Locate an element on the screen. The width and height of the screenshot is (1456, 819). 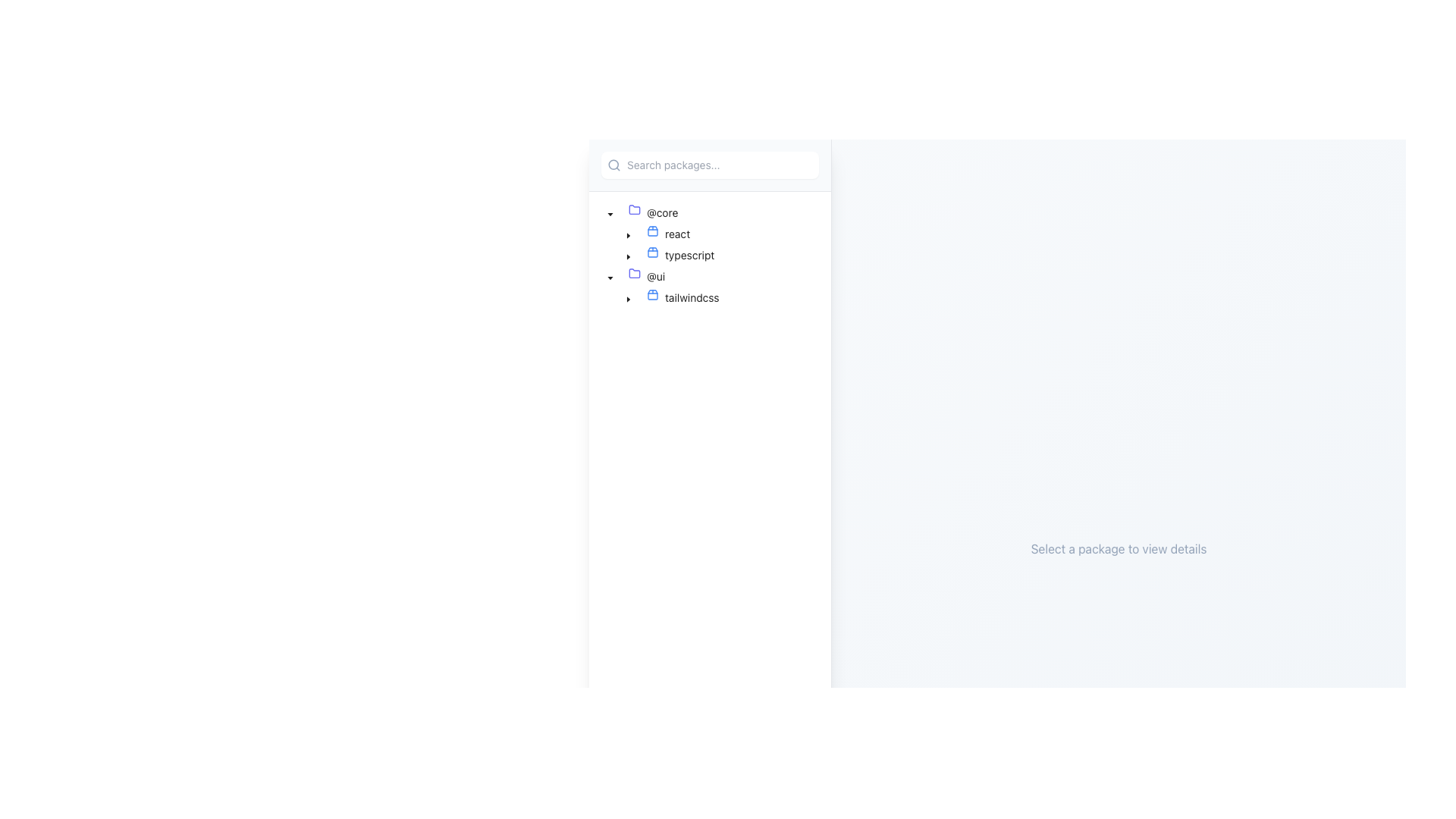
the text label '@core' which is aligned beside the folder icon in the first folder structure of the left-hand panel is located at coordinates (662, 212).